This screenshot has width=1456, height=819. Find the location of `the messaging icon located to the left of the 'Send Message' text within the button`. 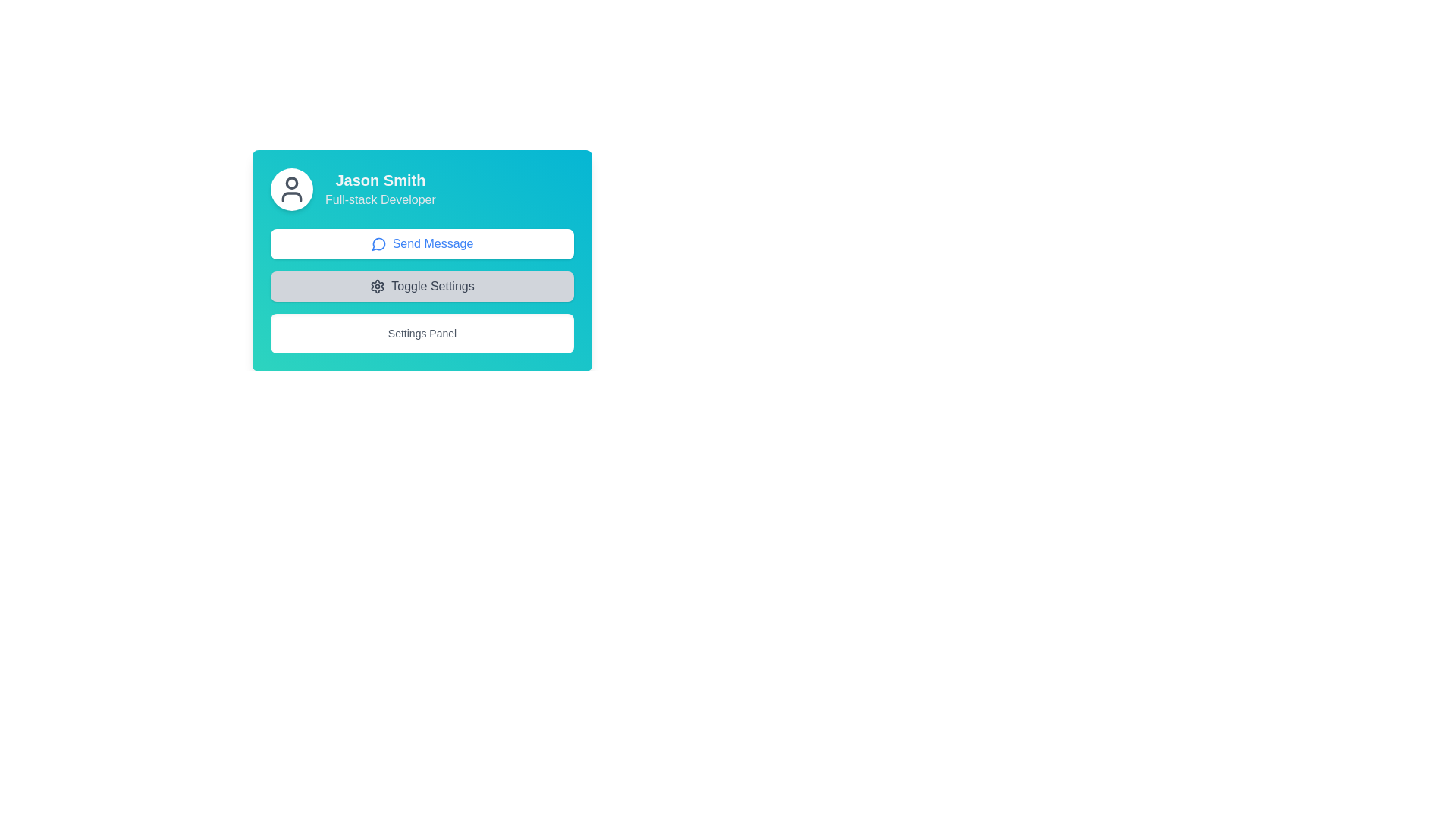

the messaging icon located to the left of the 'Send Message' text within the button is located at coordinates (378, 243).